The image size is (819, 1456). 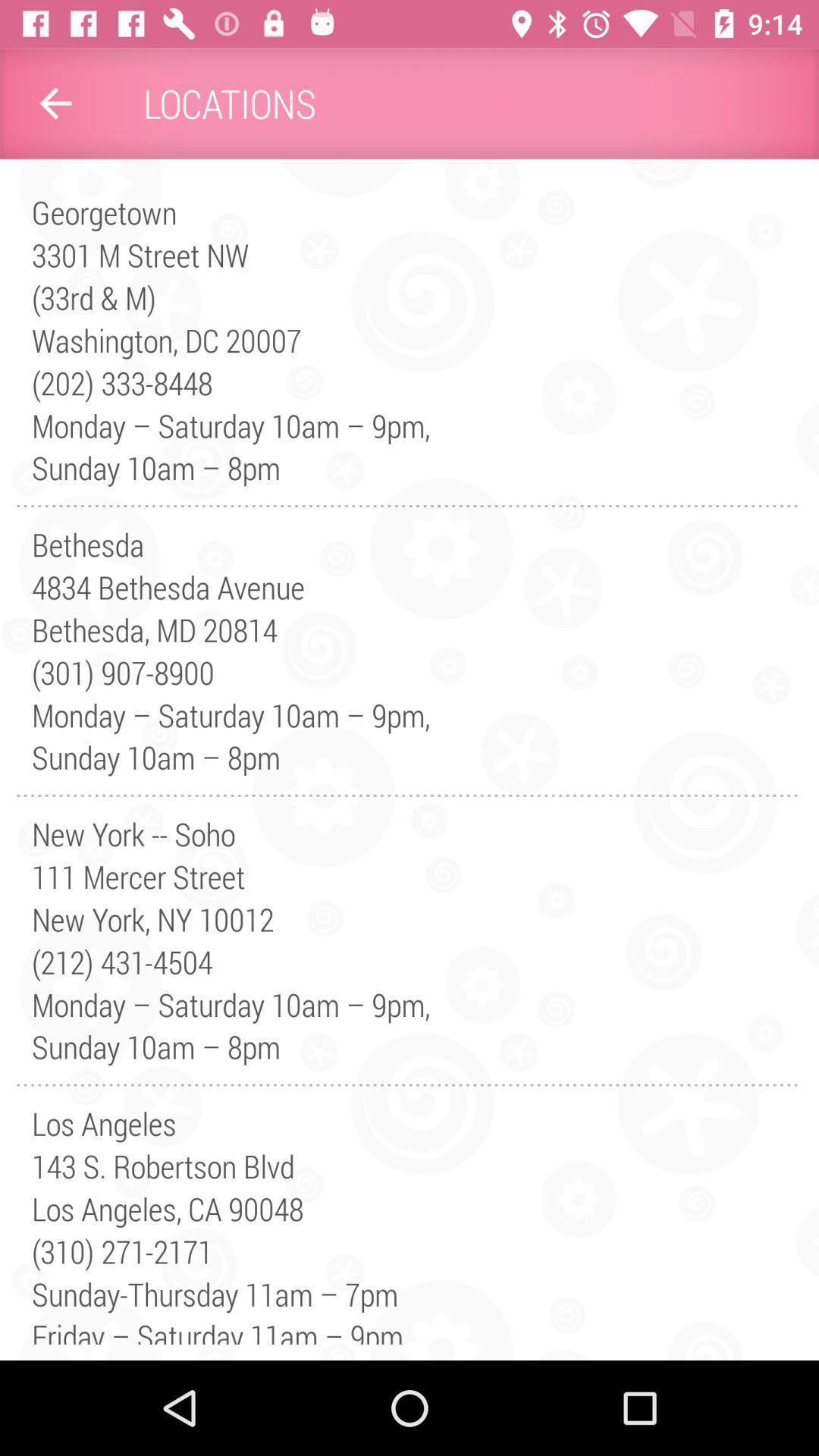 What do you see at coordinates (55, 102) in the screenshot?
I see `the app to the left of locations item` at bounding box center [55, 102].